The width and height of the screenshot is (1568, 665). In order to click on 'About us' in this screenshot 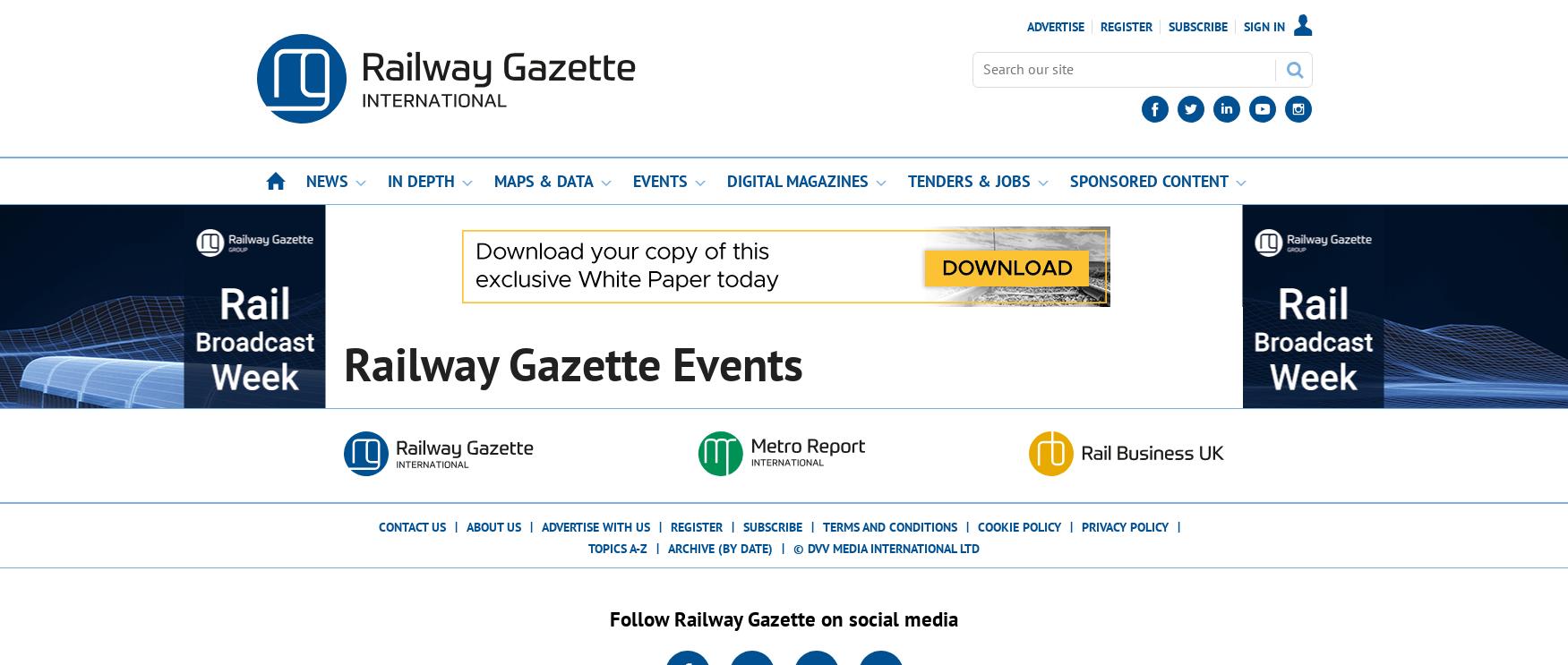, I will do `click(493, 526)`.